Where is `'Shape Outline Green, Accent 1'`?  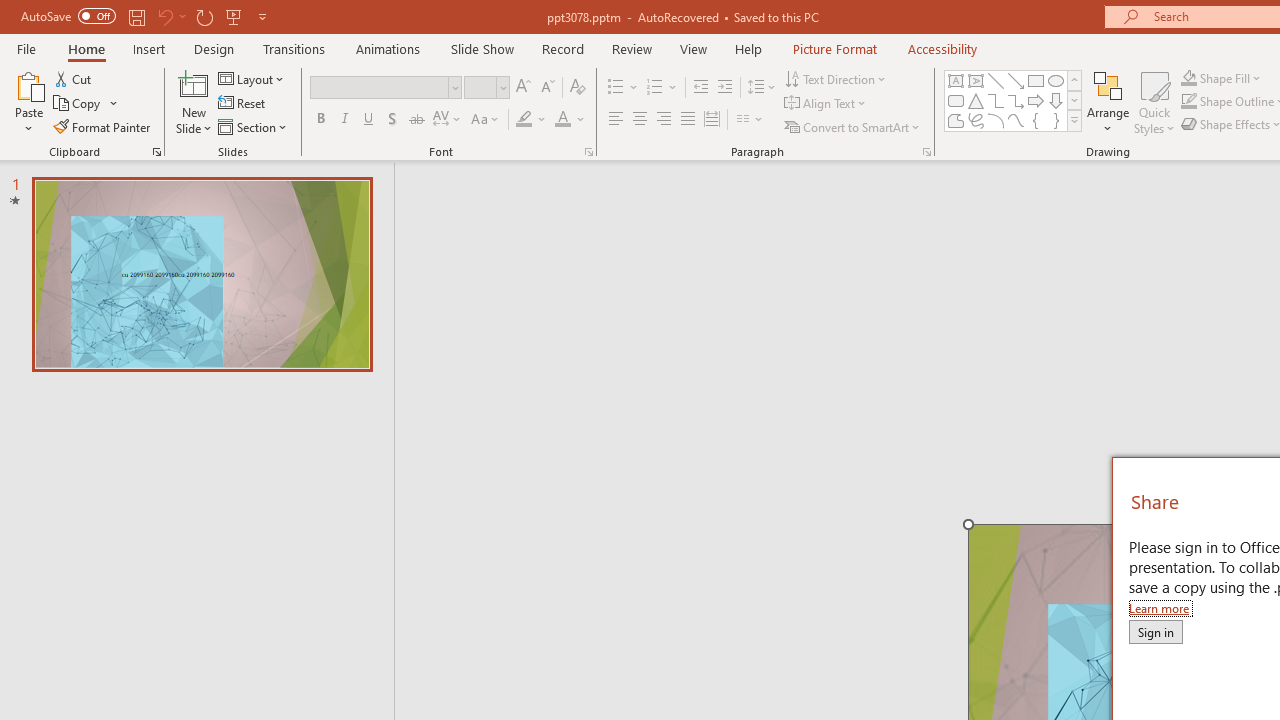 'Shape Outline Green, Accent 1' is located at coordinates (1189, 101).